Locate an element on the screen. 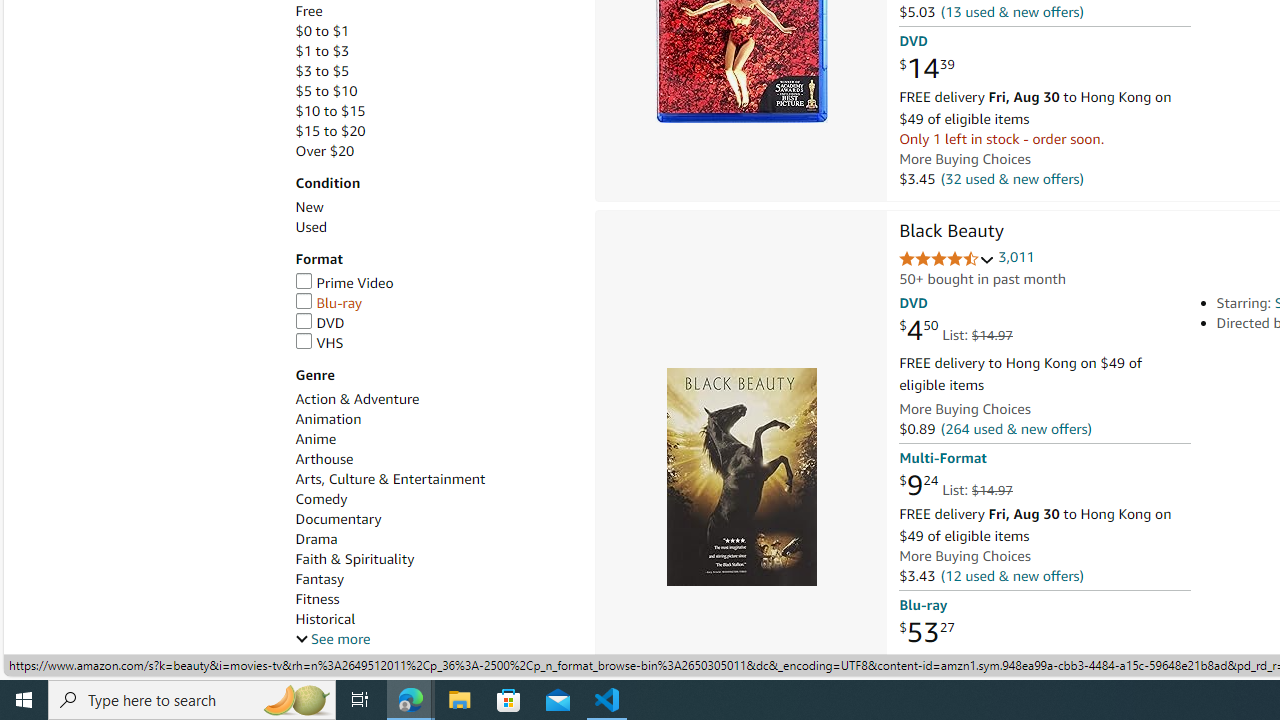 This screenshot has height=720, width=1280. 'DVD' is located at coordinates (320, 321).